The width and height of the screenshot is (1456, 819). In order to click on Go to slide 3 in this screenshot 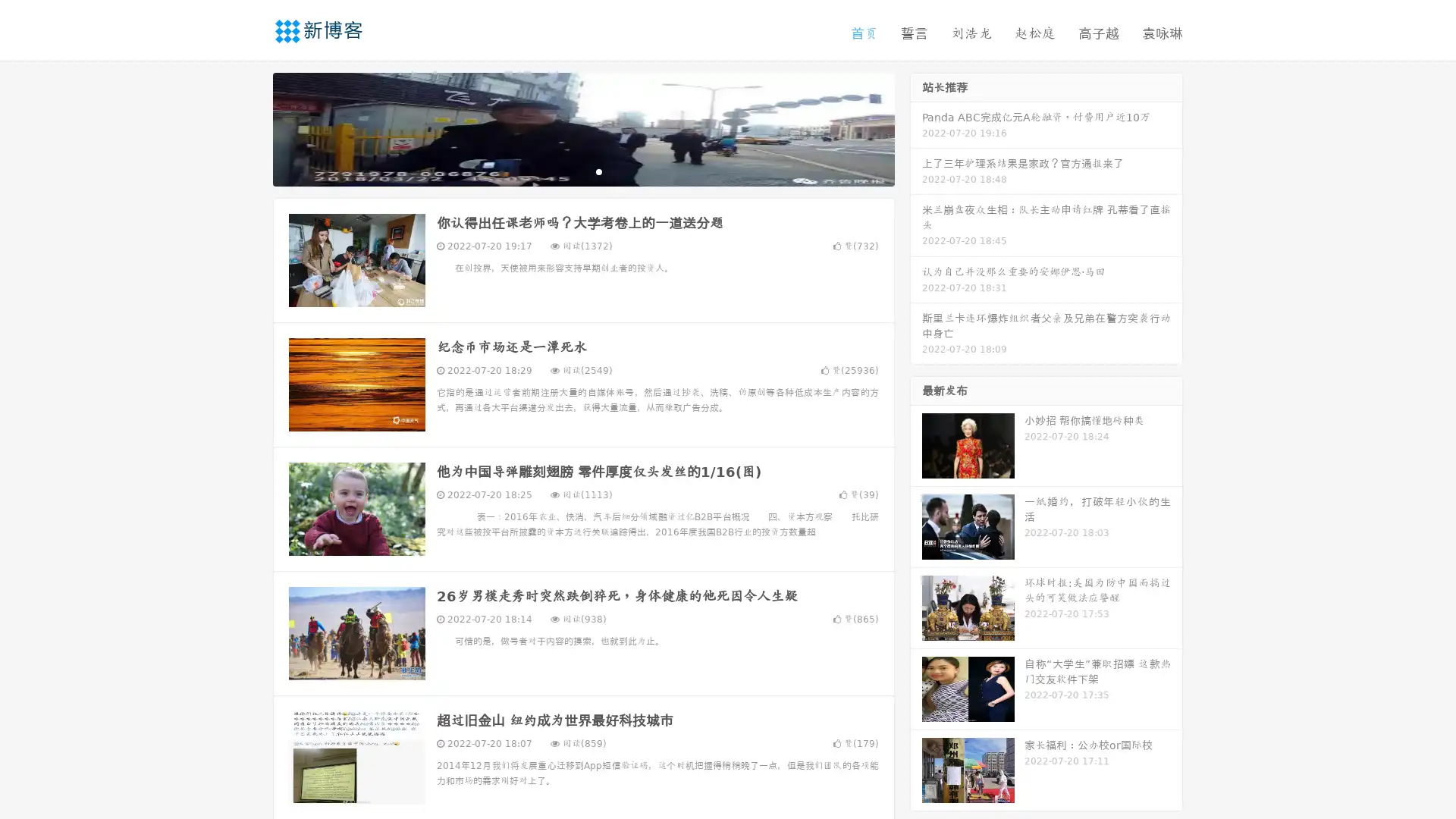, I will do `click(598, 171)`.